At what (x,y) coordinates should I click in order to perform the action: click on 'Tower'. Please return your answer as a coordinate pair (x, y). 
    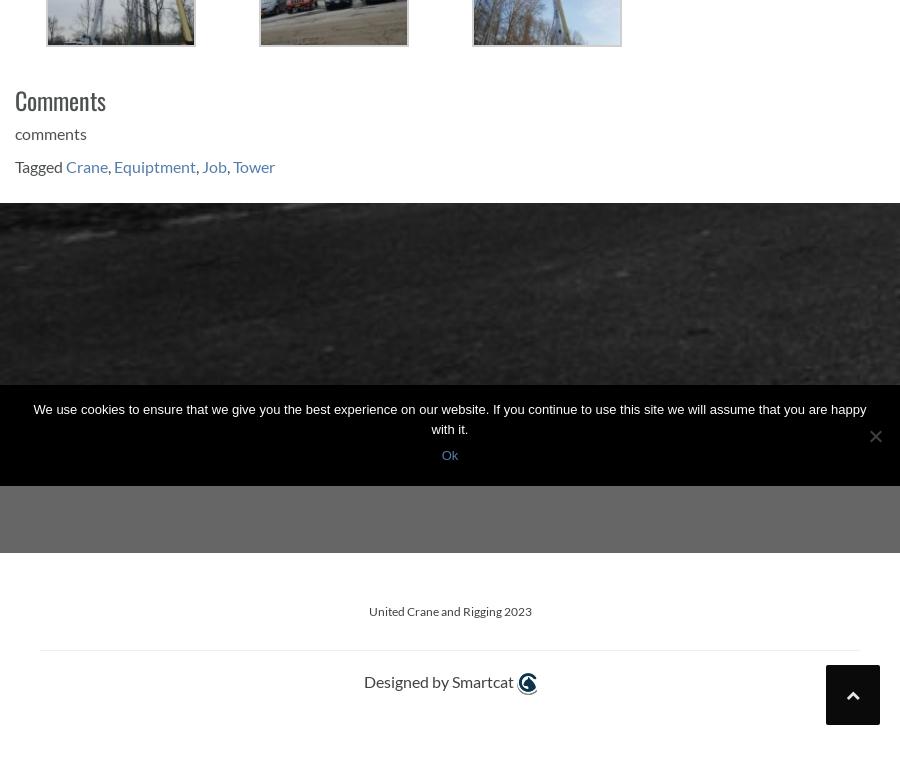
    Looking at the image, I should click on (252, 164).